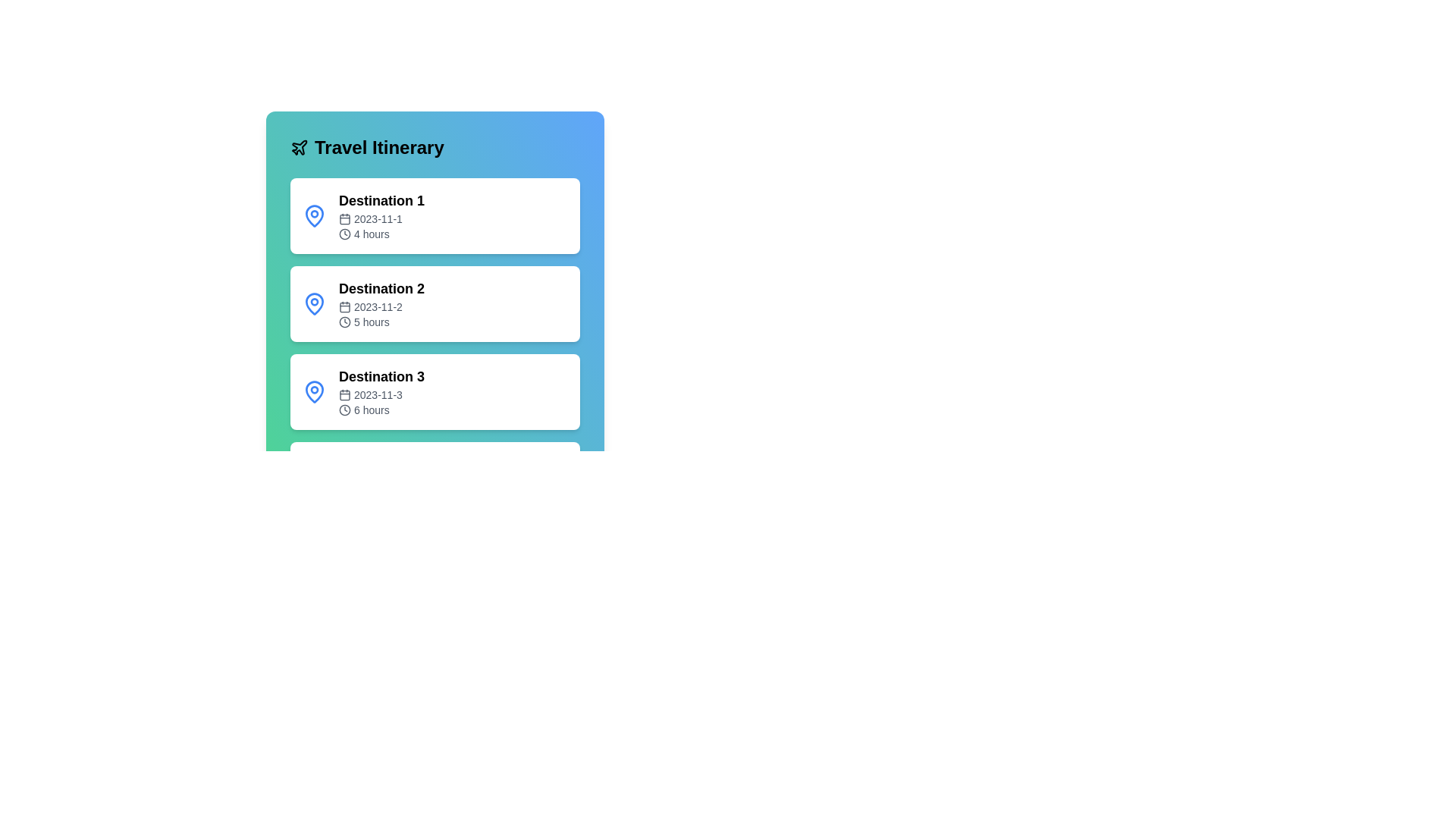 This screenshot has height=819, width=1456. What do you see at coordinates (381, 234) in the screenshot?
I see `the text label reading '4 hours' which is styled in small gray font and accompanied by a clock icon, located in the first card under the 'Travel Itinerary' section` at bounding box center [381, 234].